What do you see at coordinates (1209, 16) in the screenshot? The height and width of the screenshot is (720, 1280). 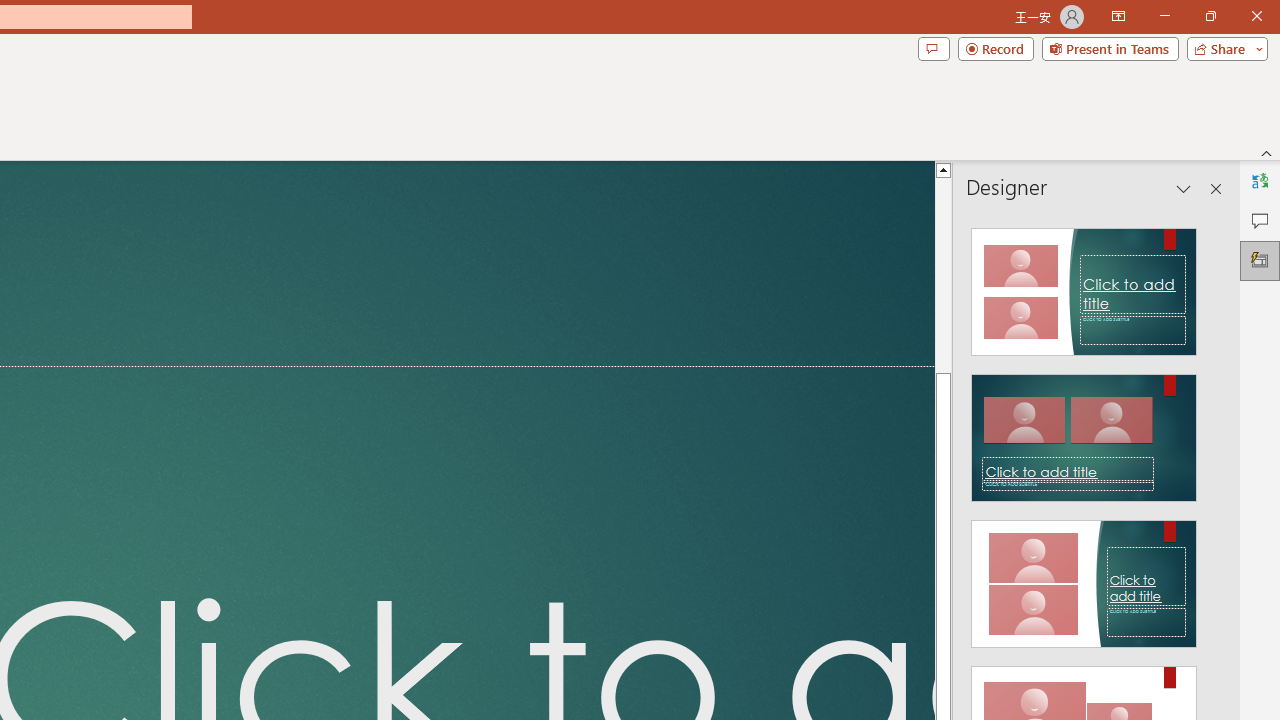 I see `'Restore Down'` at bounding box center [1209, 16].